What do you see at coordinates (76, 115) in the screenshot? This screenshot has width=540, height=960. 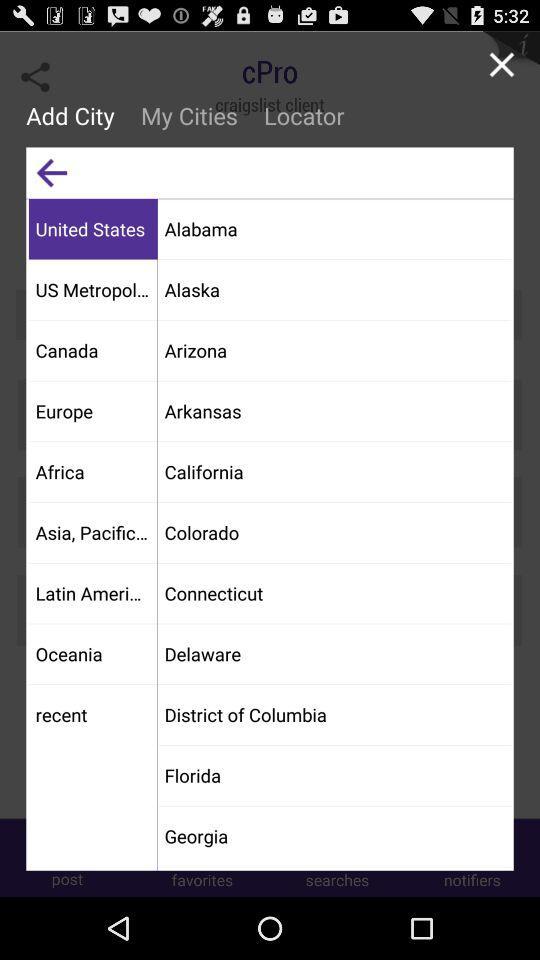 I see `the add city item` at bounding box center [76, 115].